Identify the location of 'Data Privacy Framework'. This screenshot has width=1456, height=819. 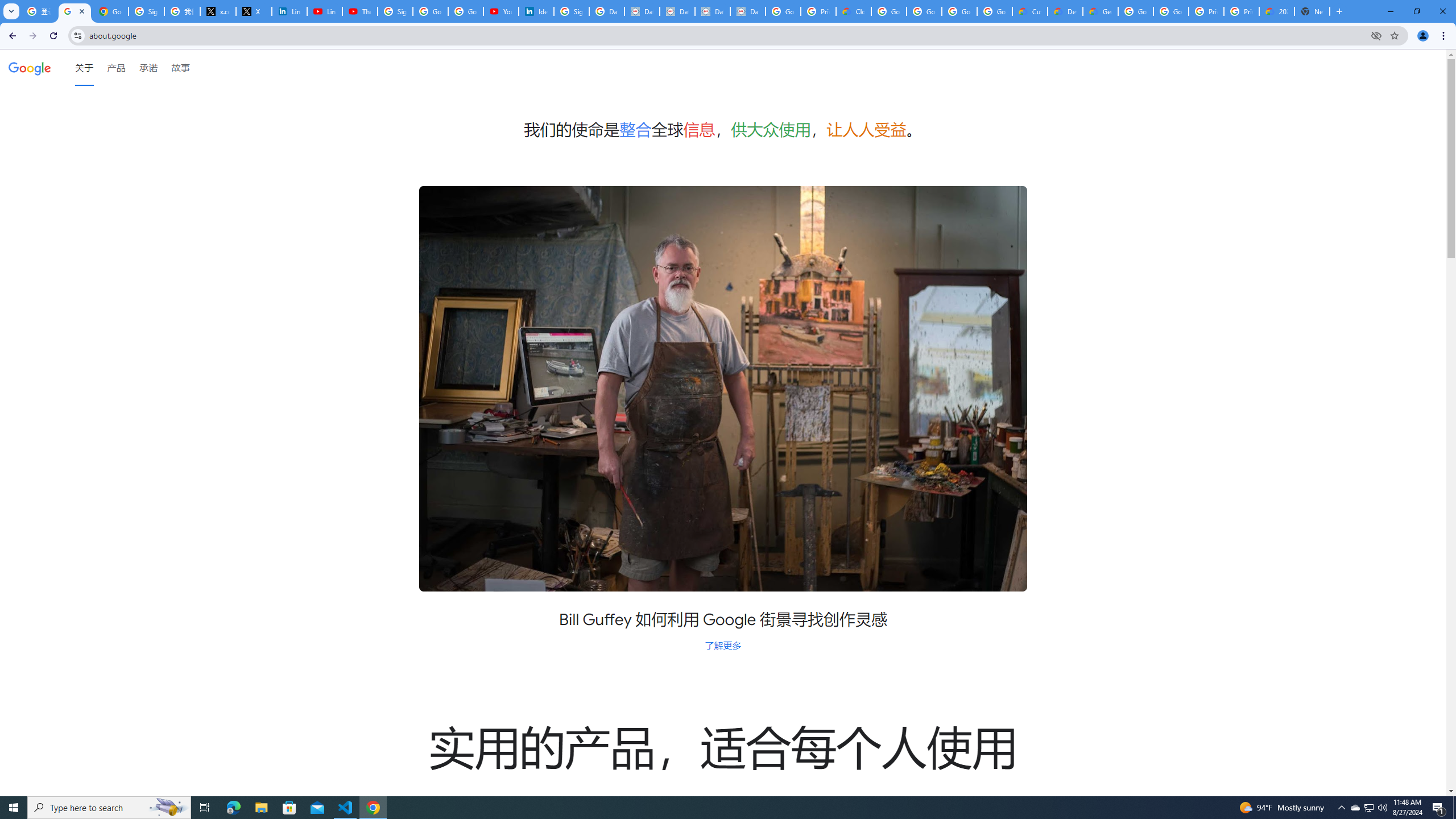
(642, 11).